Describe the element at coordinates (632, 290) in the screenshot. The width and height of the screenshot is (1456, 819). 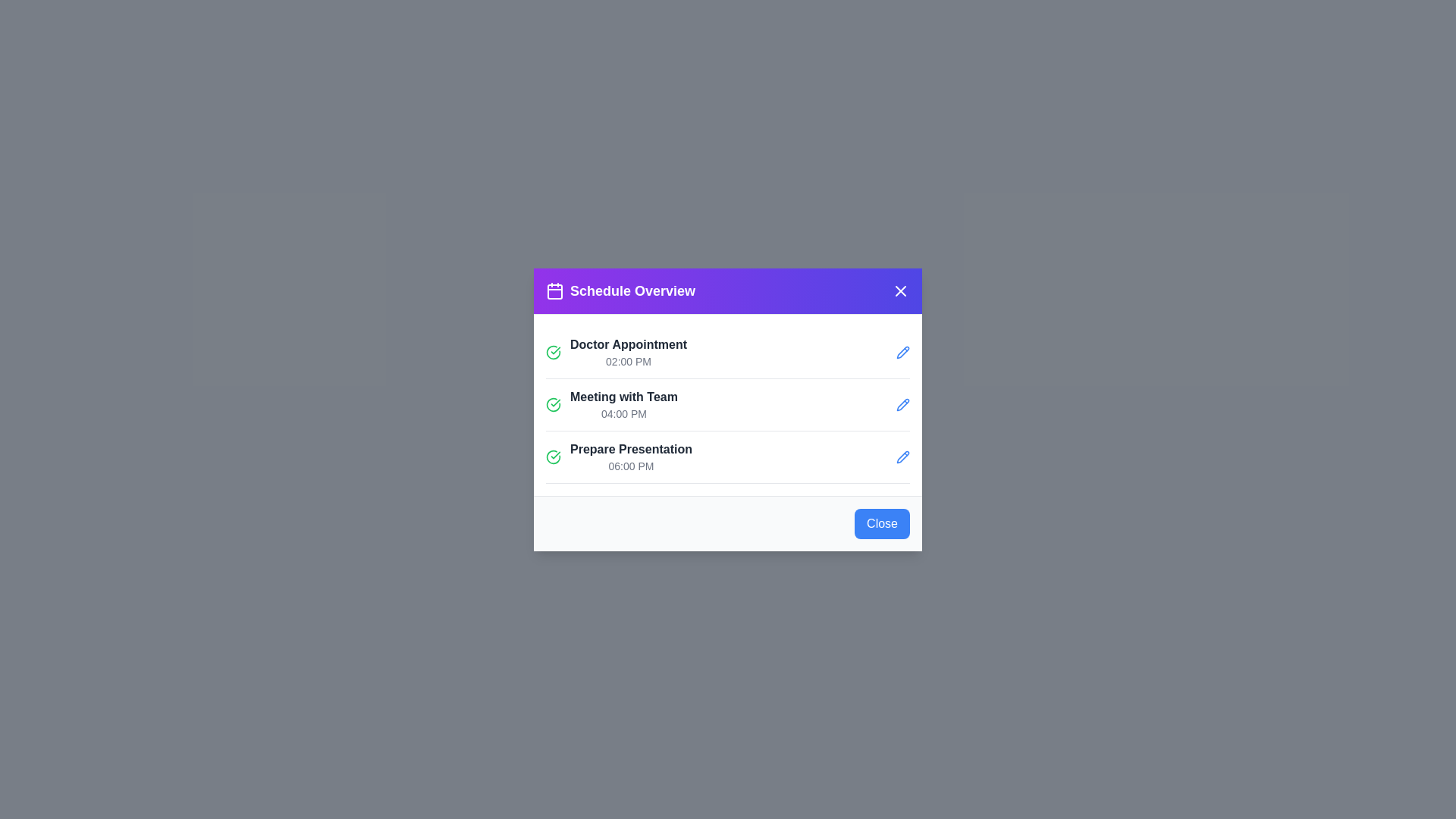
I see `the bold text label reading 'Schedule Overview' located in the purple header bar of the modal dialog` at that location.